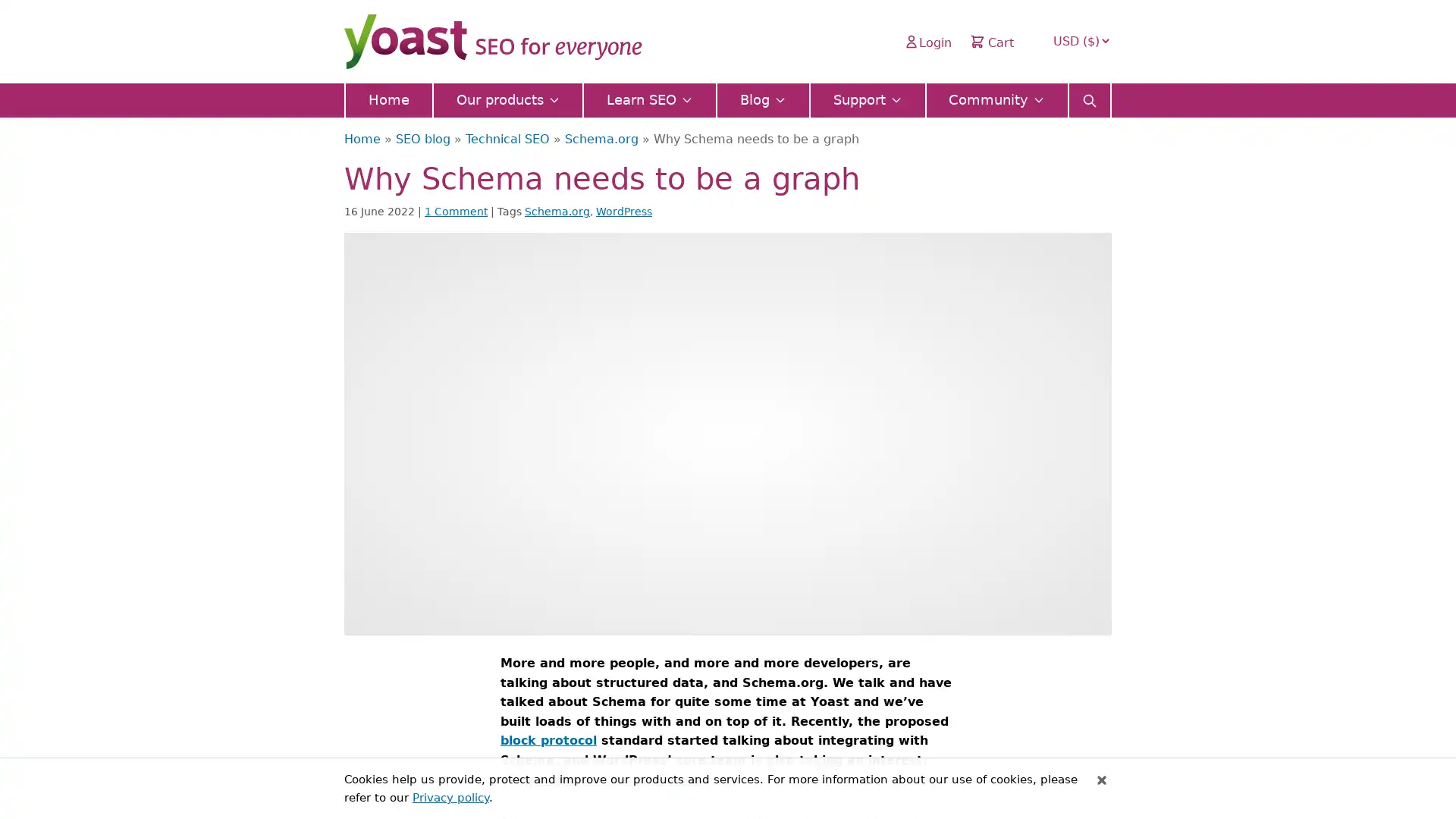 Image resolution: width=1456 pixels, height=819 pixels. Describe the element at coordinates (1088, 96) in the screenshot. I see `Open search box` at that location.